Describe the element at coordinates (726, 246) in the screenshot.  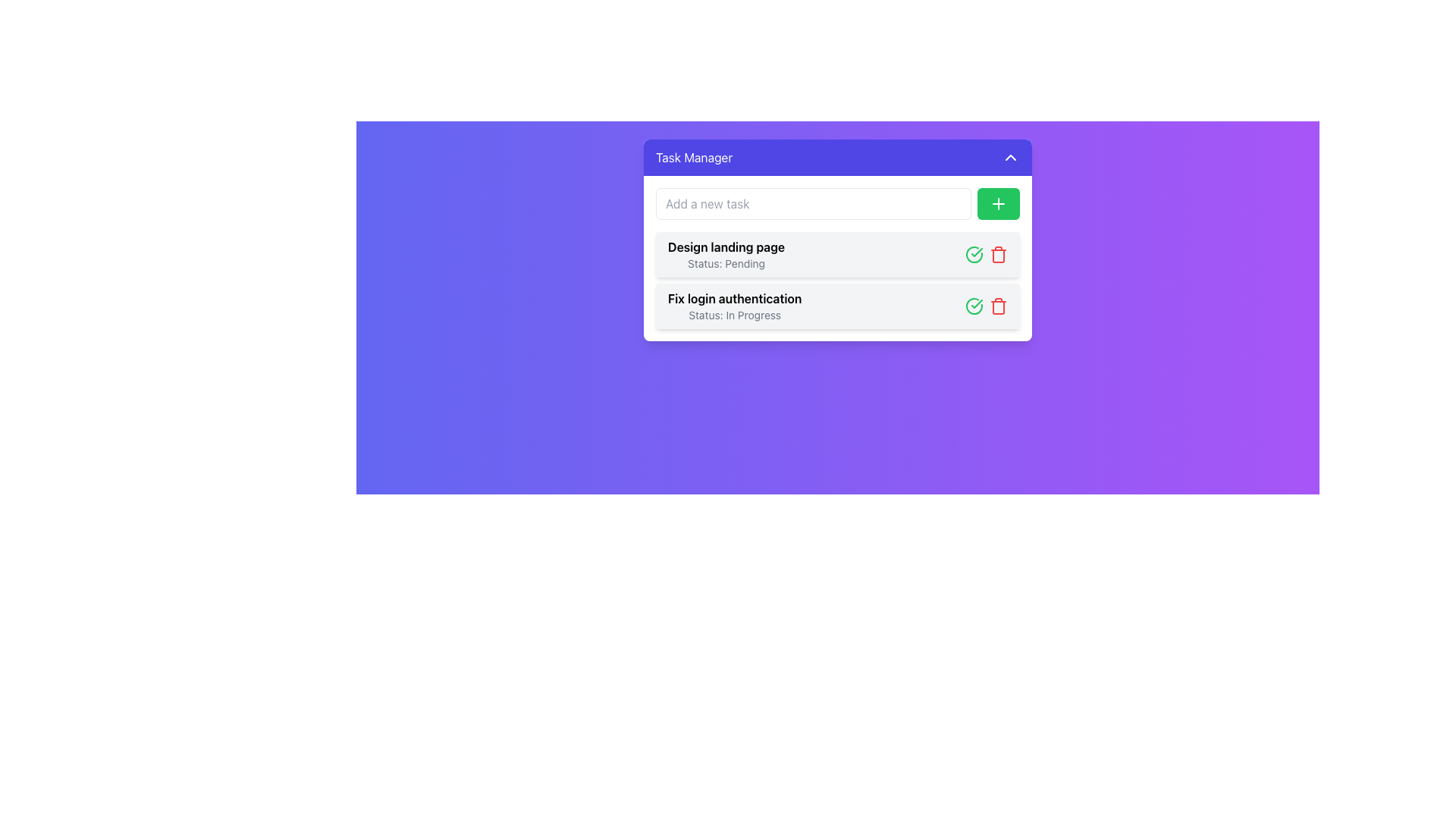
I see `the text label displaying 'Design landing page', which is bold and positioned above 'Status: Pending' in the task manager interface` at that location.